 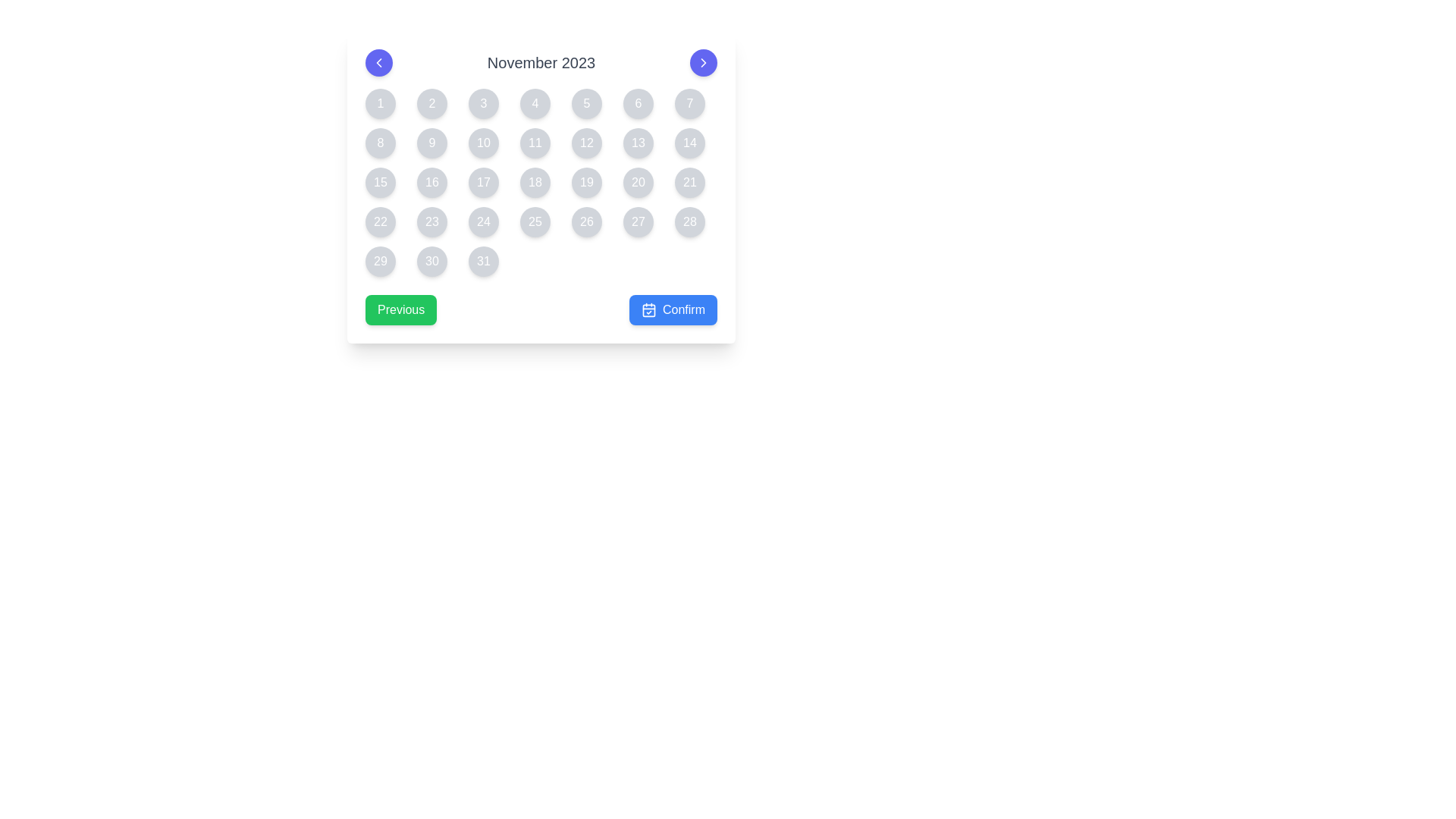 What do you see at coordinates (638, 222) in the screenshot?
I see `the selectable day button for '27' in the calendar` at bounding box center [638, 222].